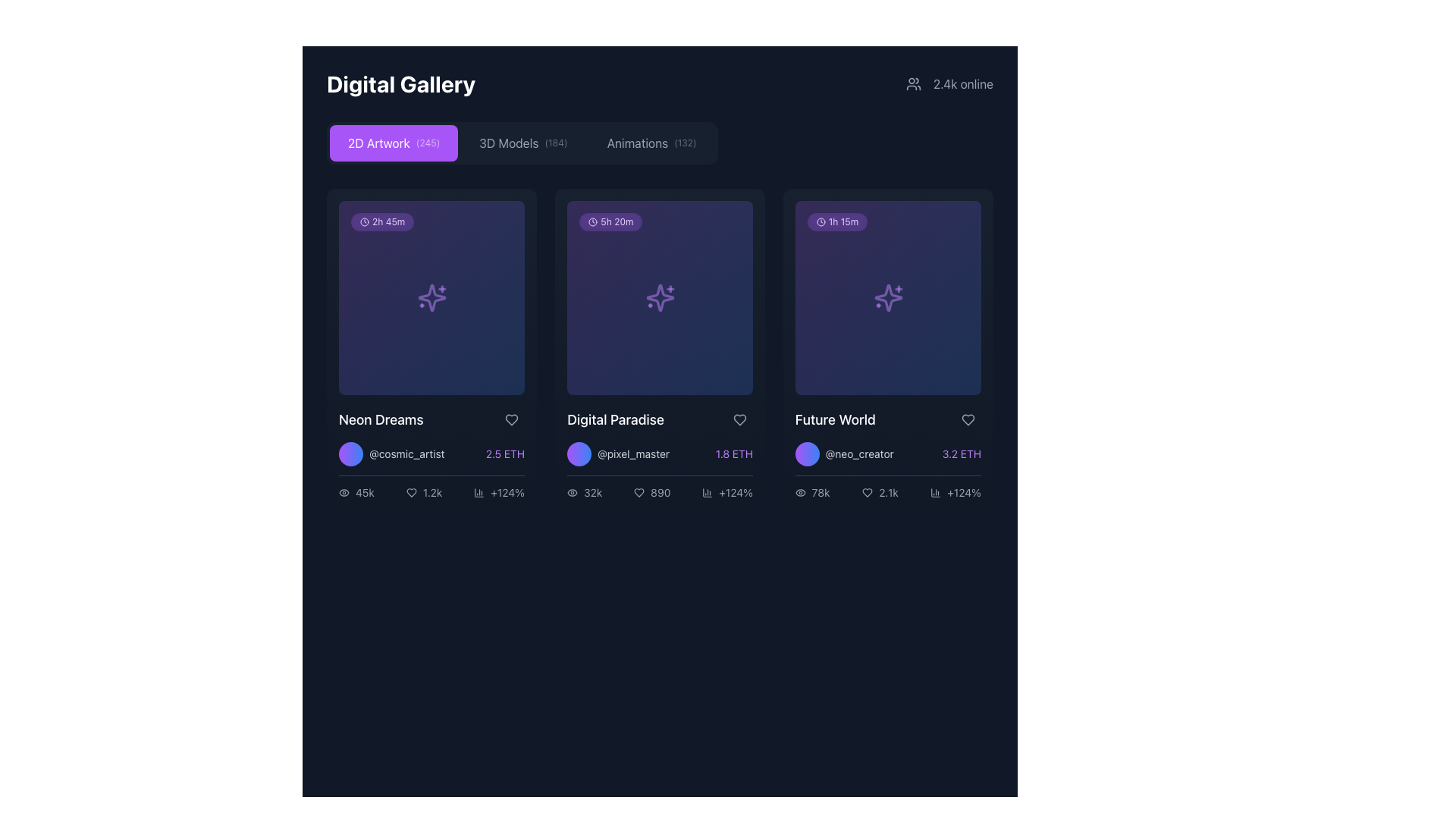 This screenshot has width=1456, height=819. I want to click on the button labeled '3D Models (184)' for keyboard interaction, so click(523, 143).